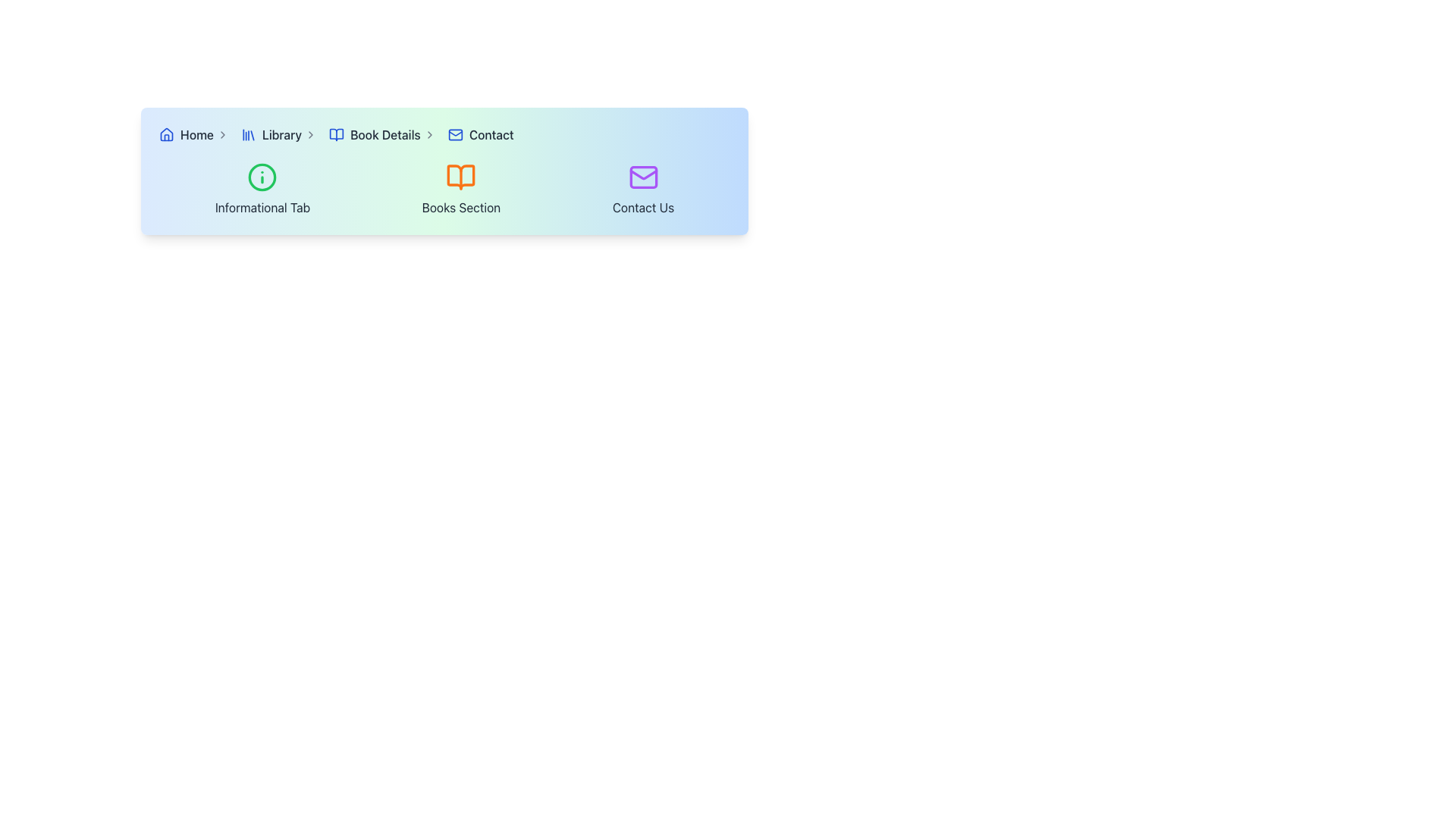  What do you see at coordinates (460, 177) in the screenshot?
I see `the orange book icon, which is a simplistic SVG graphic located between a green informational icon and a purple envelope icon` at bounding box center [460, 177].